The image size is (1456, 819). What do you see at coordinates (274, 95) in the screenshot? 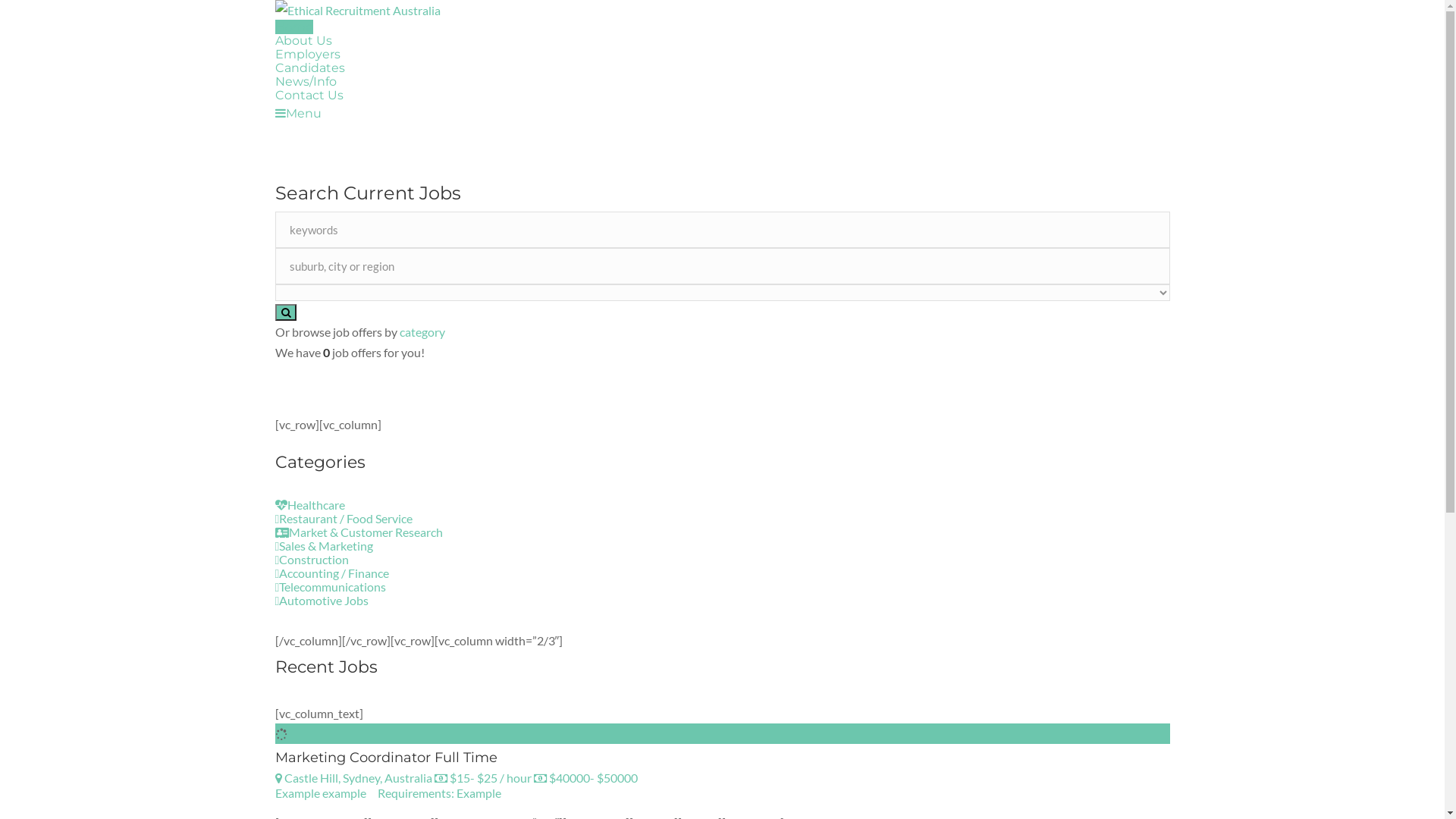
I see `'Contact Us'` at bounding box center [274, 95].